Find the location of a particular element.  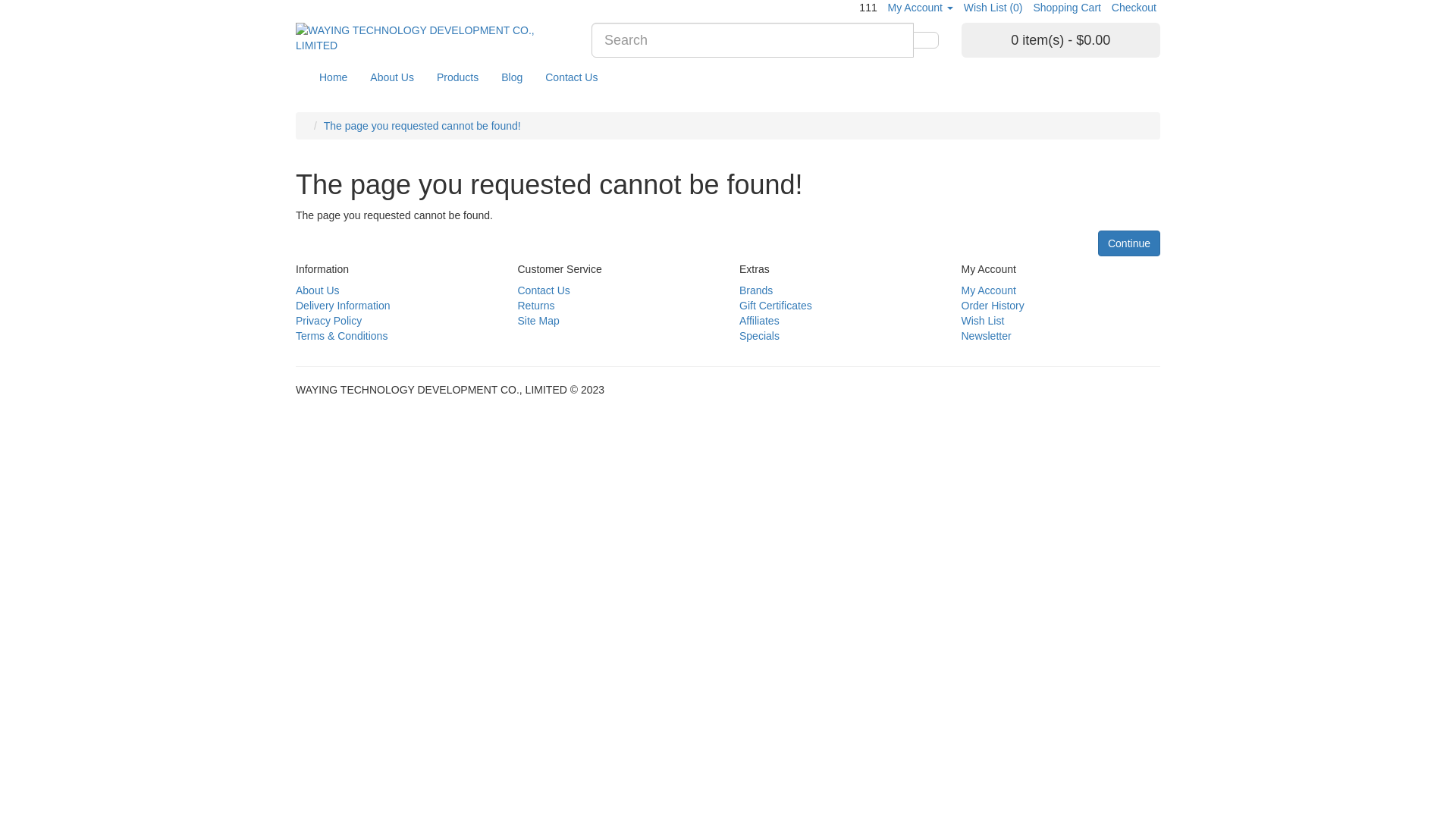

'My Account' is located at coordinates (920, 8).